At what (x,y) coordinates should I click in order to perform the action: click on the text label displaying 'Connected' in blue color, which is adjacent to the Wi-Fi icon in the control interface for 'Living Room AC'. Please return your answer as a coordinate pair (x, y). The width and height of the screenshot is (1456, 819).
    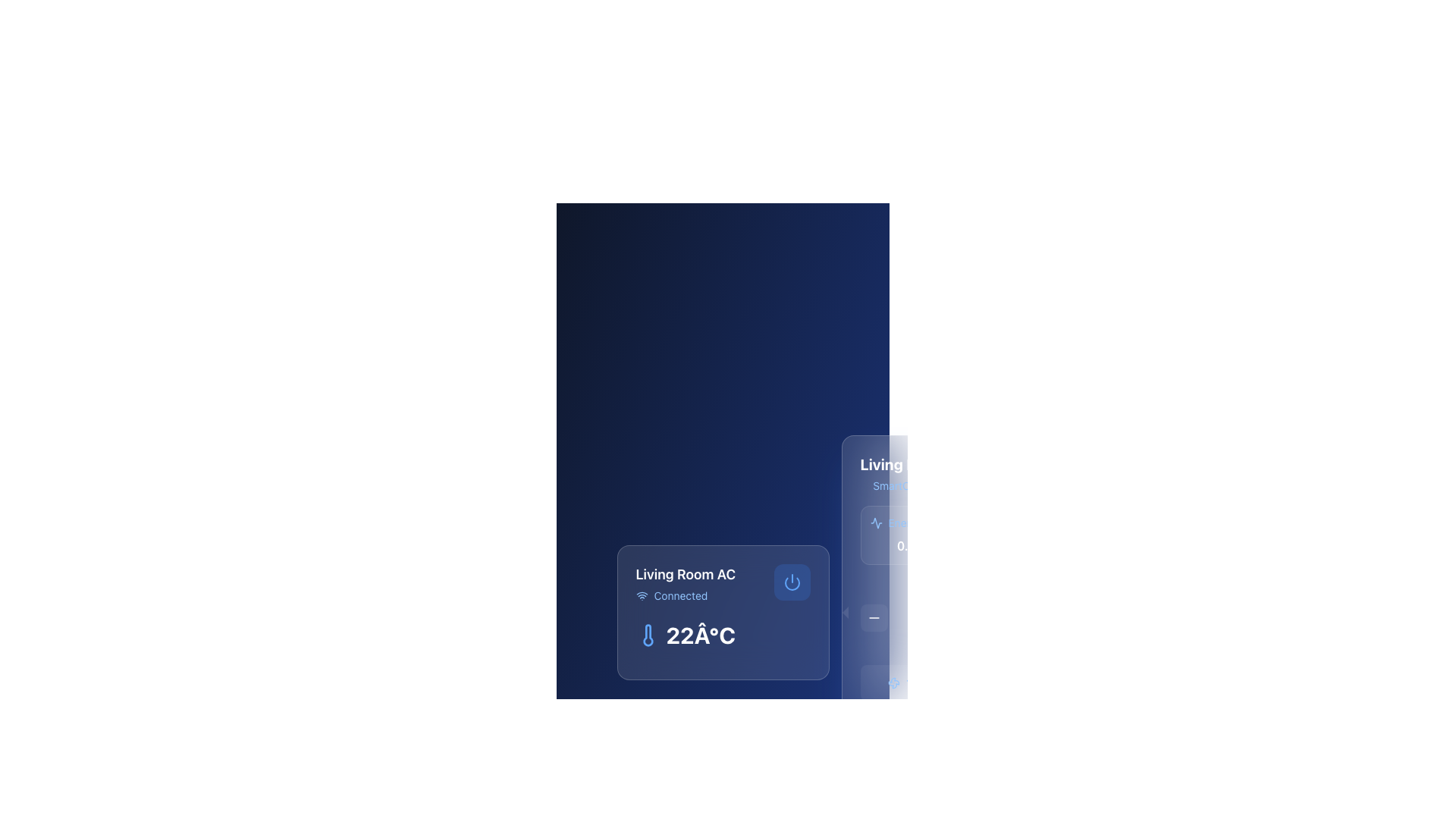
    Looking at the image, I should click on (679, 595).